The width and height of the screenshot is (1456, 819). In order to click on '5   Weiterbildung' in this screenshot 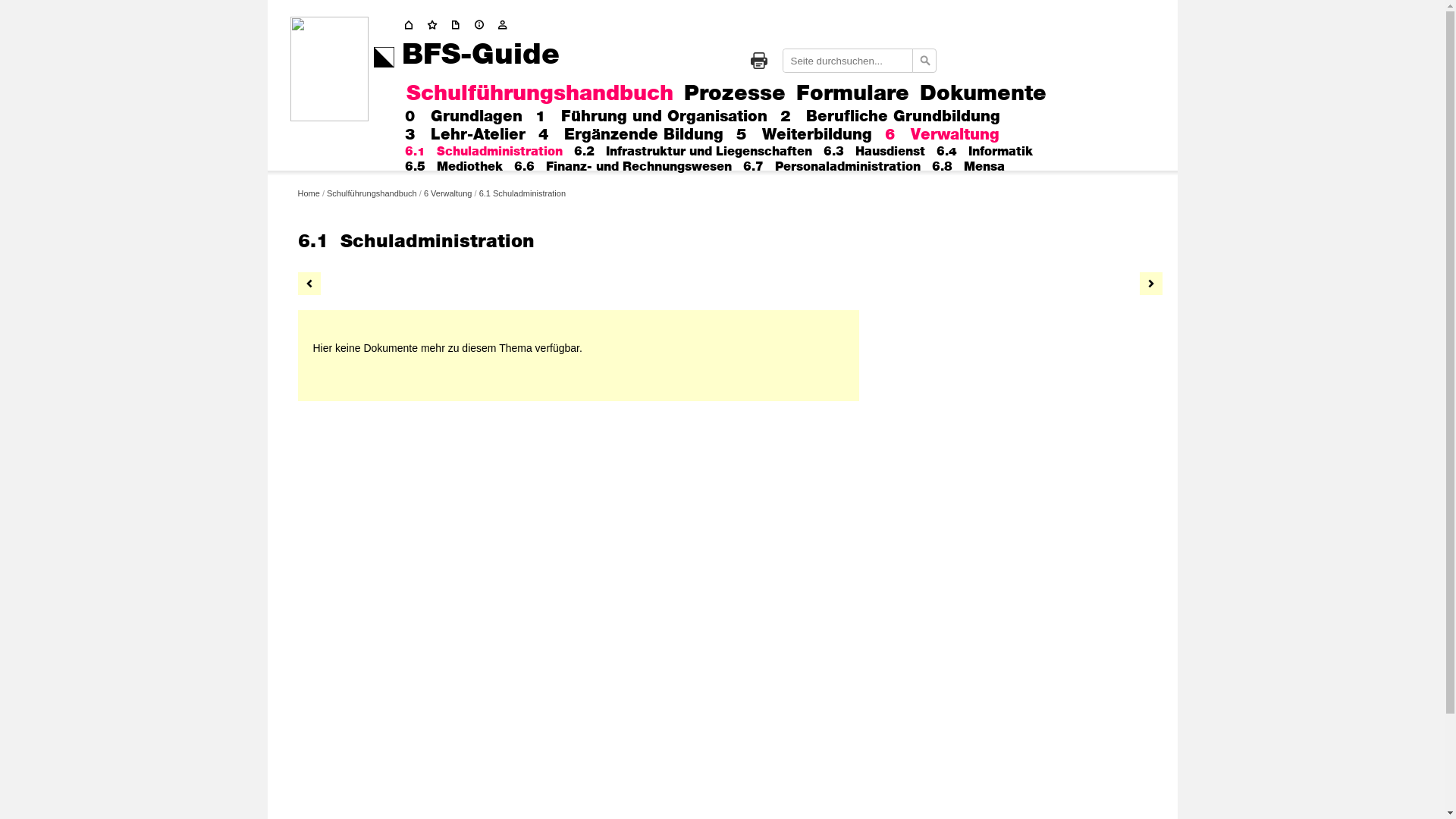, I will do `click(802, 133)`.